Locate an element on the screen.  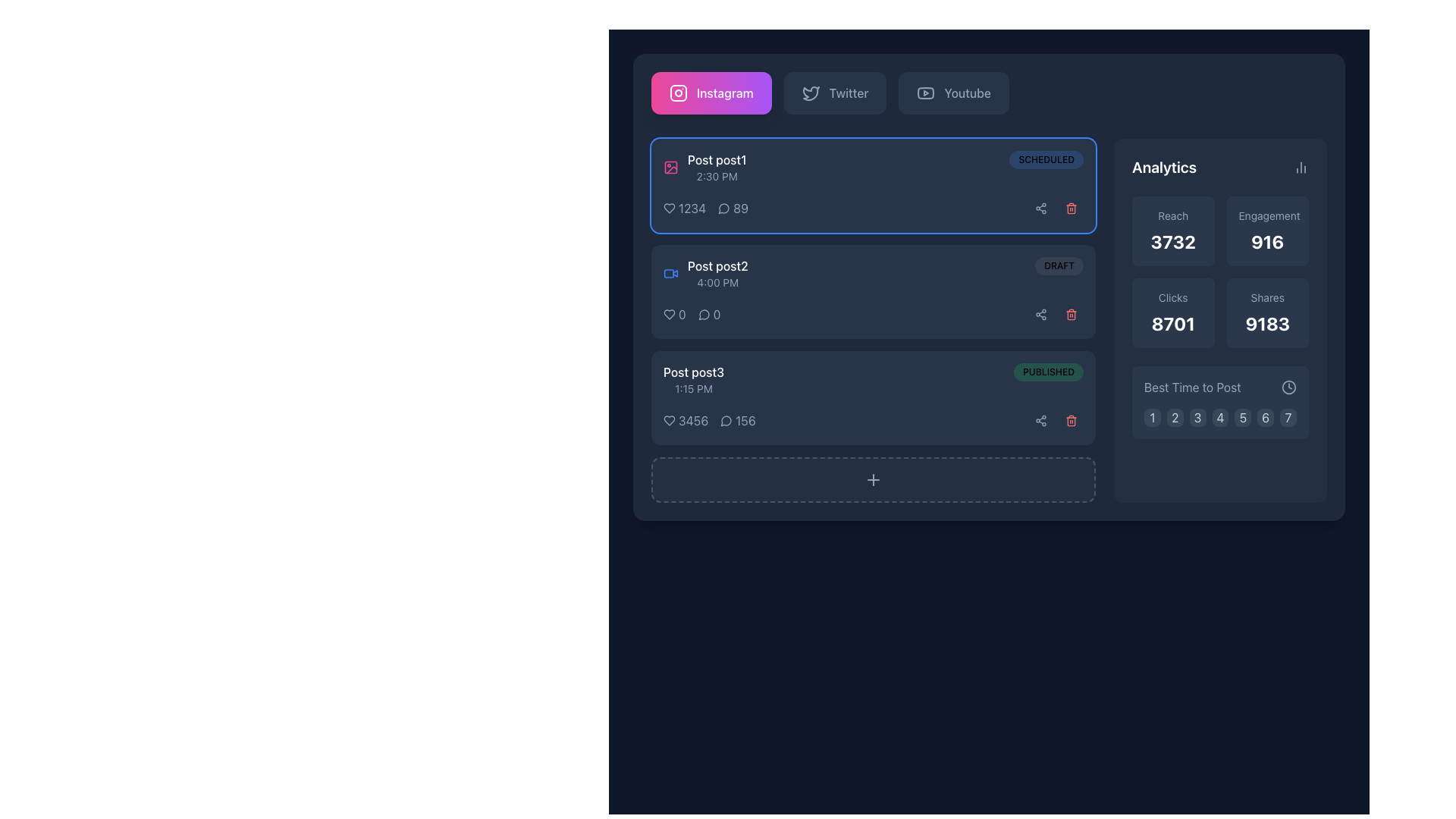
the trash can icon is located at coordinates (1070, 314).